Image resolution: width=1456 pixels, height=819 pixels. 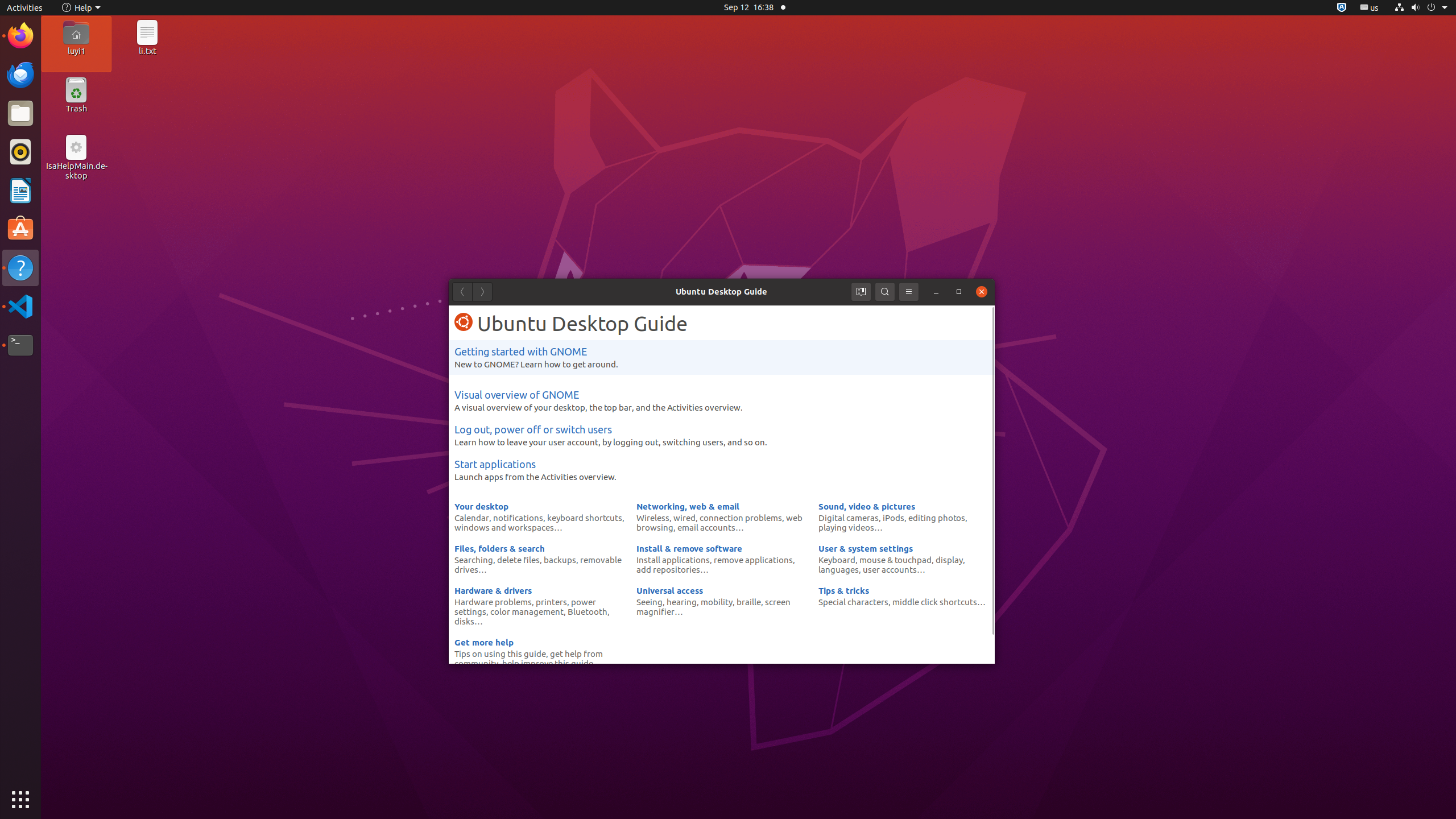 What do you see at coordinates (584, 516) in the screenshot?
I see `'keyboard shortcuts'` at bounding box center [584, 516].